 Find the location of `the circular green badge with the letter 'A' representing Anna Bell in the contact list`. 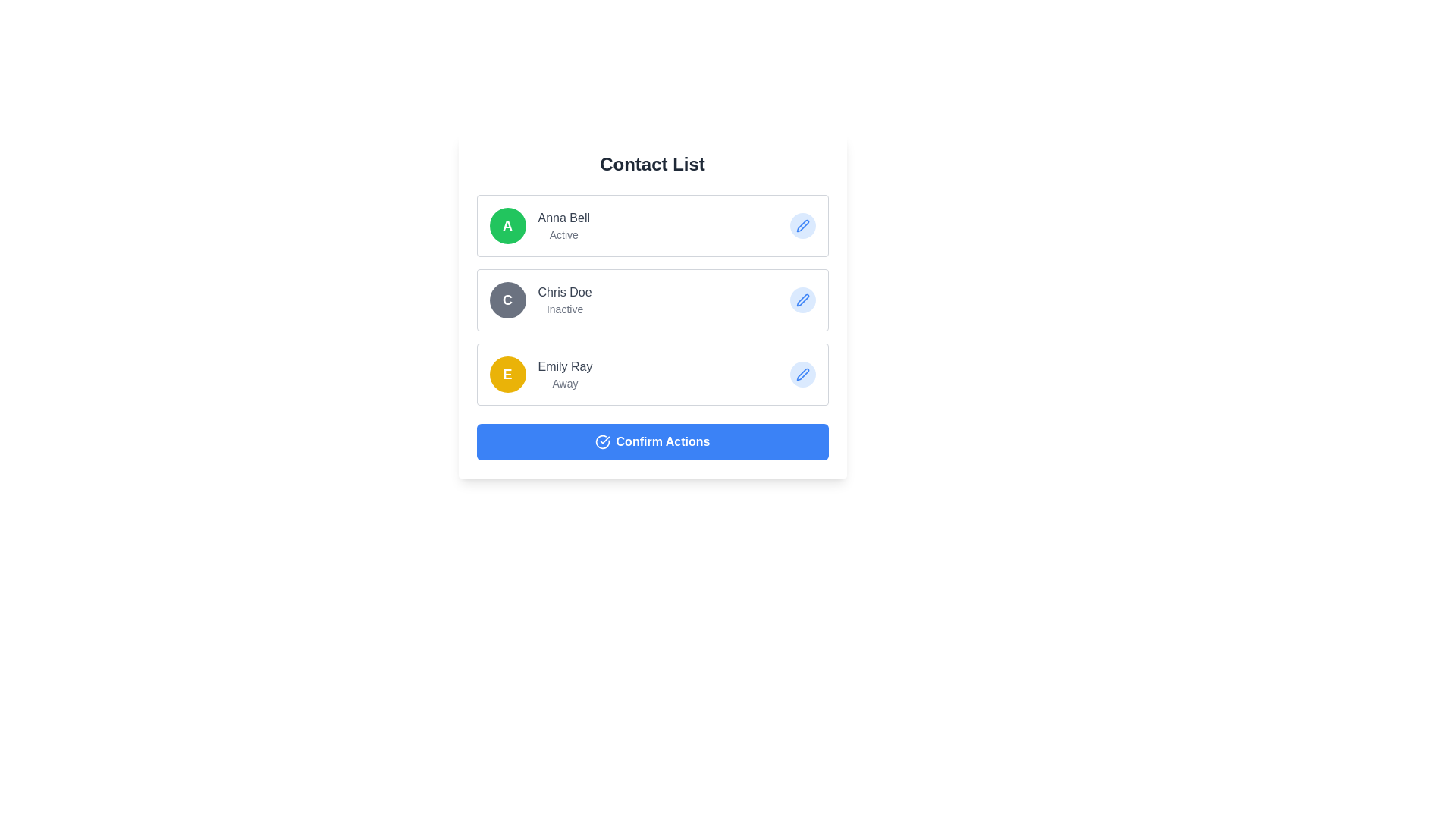

the circular green badge with the letter 'A' representing Anna Bell in the contact list is located at coordinates (539, 225).